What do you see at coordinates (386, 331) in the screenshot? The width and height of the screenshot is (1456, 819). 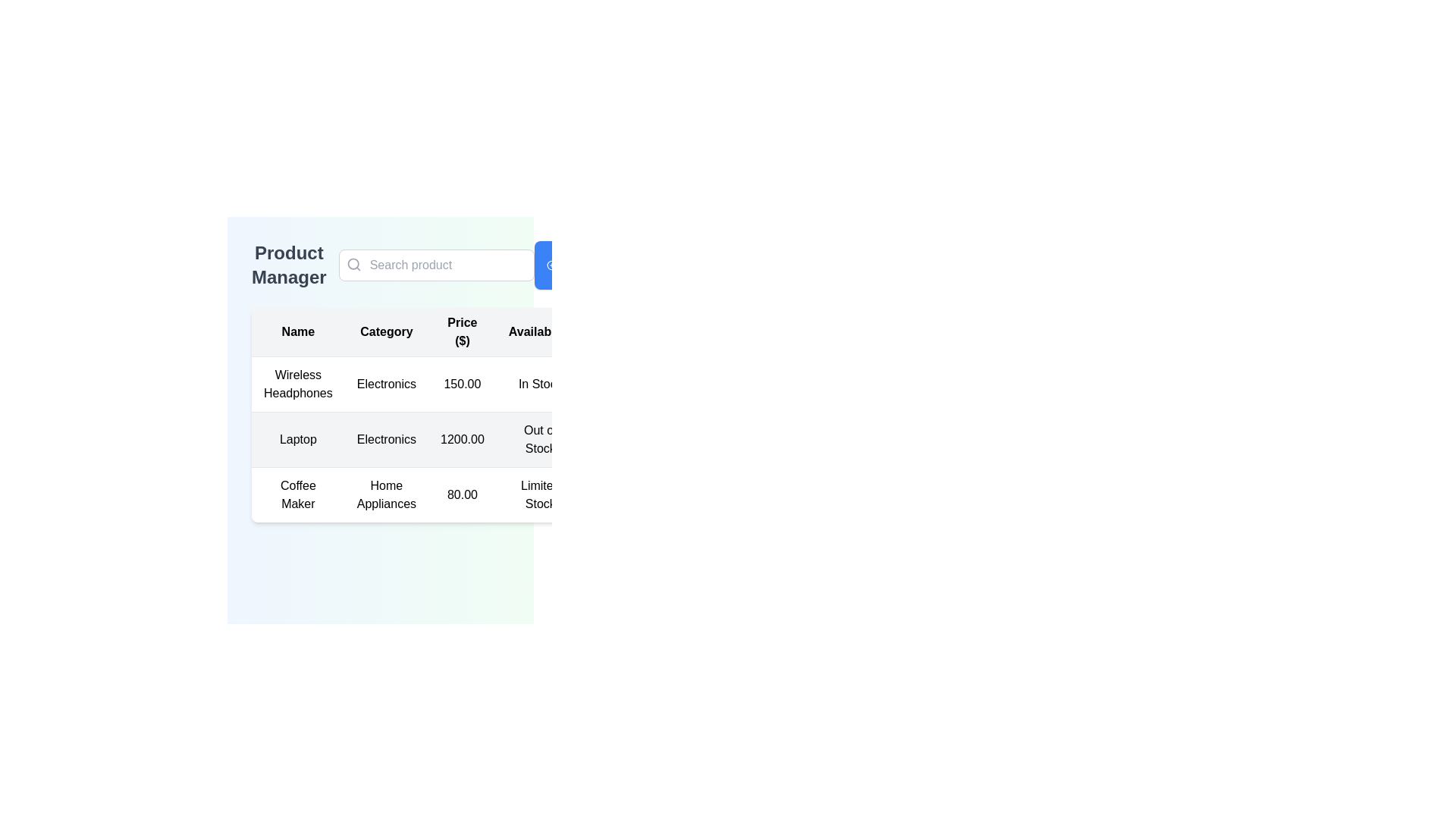 I see `text from the table header labeled 'Category', which is the second header in a row of headers in the upper section of the data grid` at bounding box center [386, 331].